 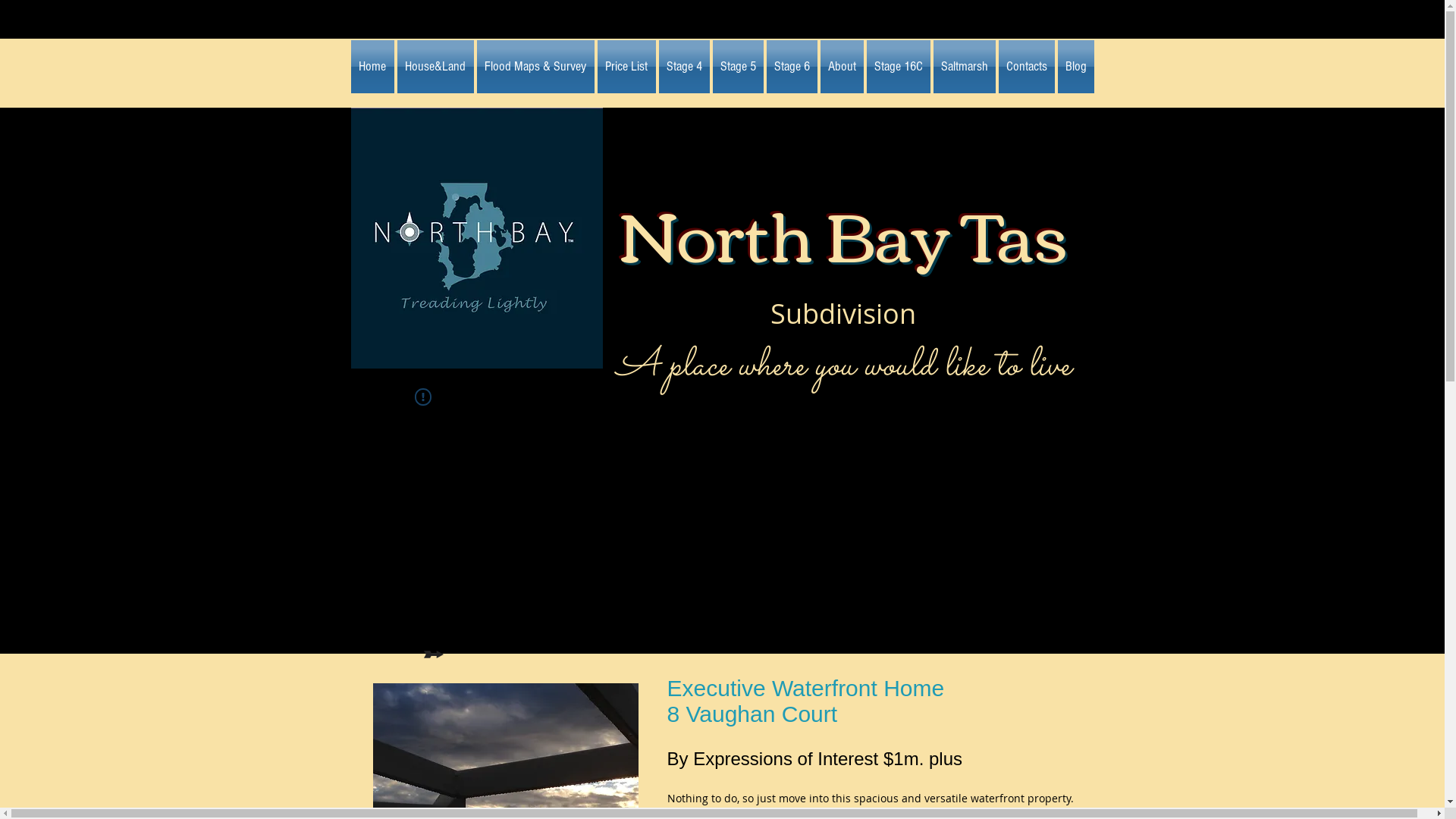 I want to click on 'Stage 6', so click(x=790, y=66).